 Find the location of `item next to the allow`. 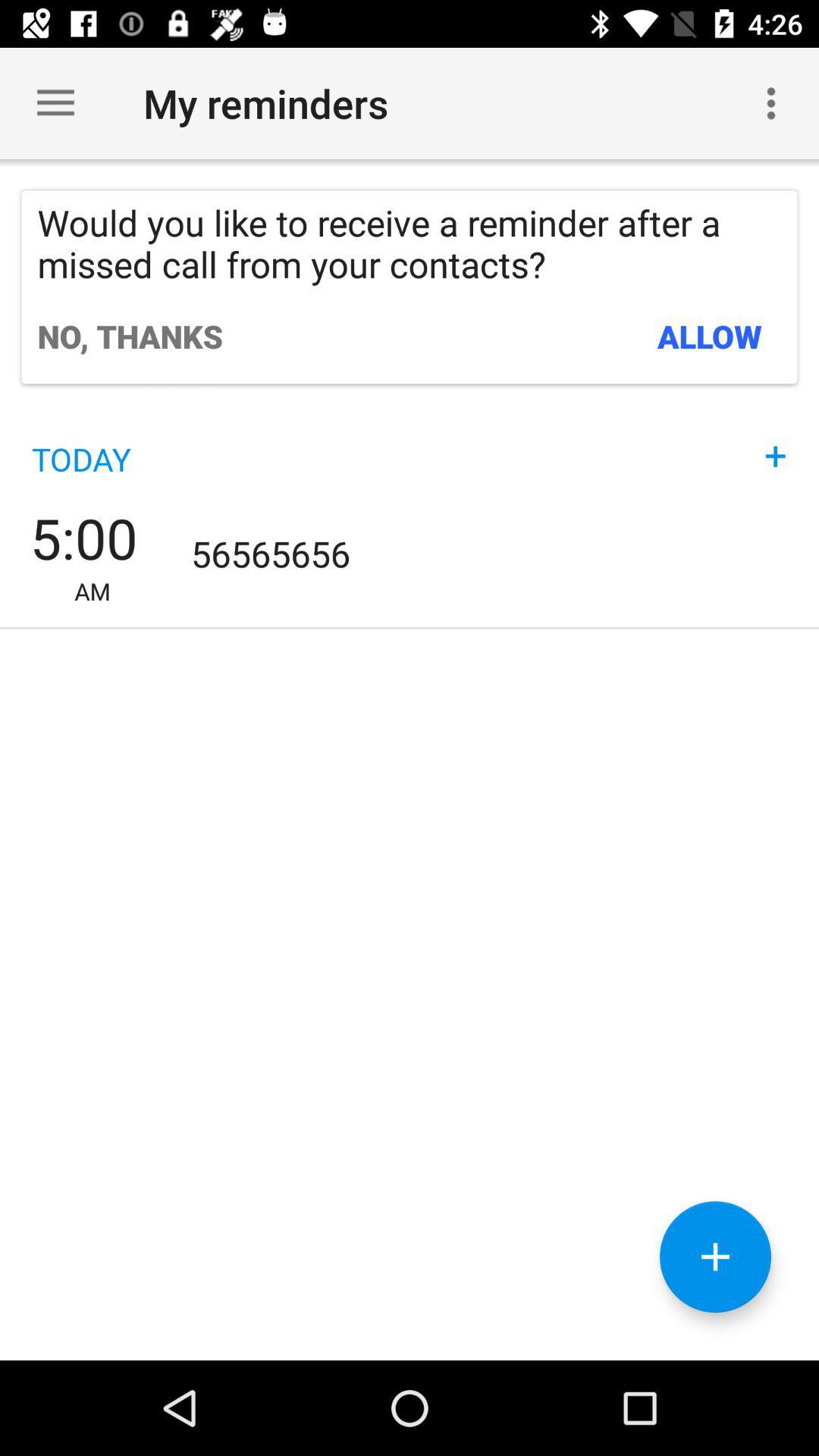

item next to the allow is located at coordinates (129, 335).